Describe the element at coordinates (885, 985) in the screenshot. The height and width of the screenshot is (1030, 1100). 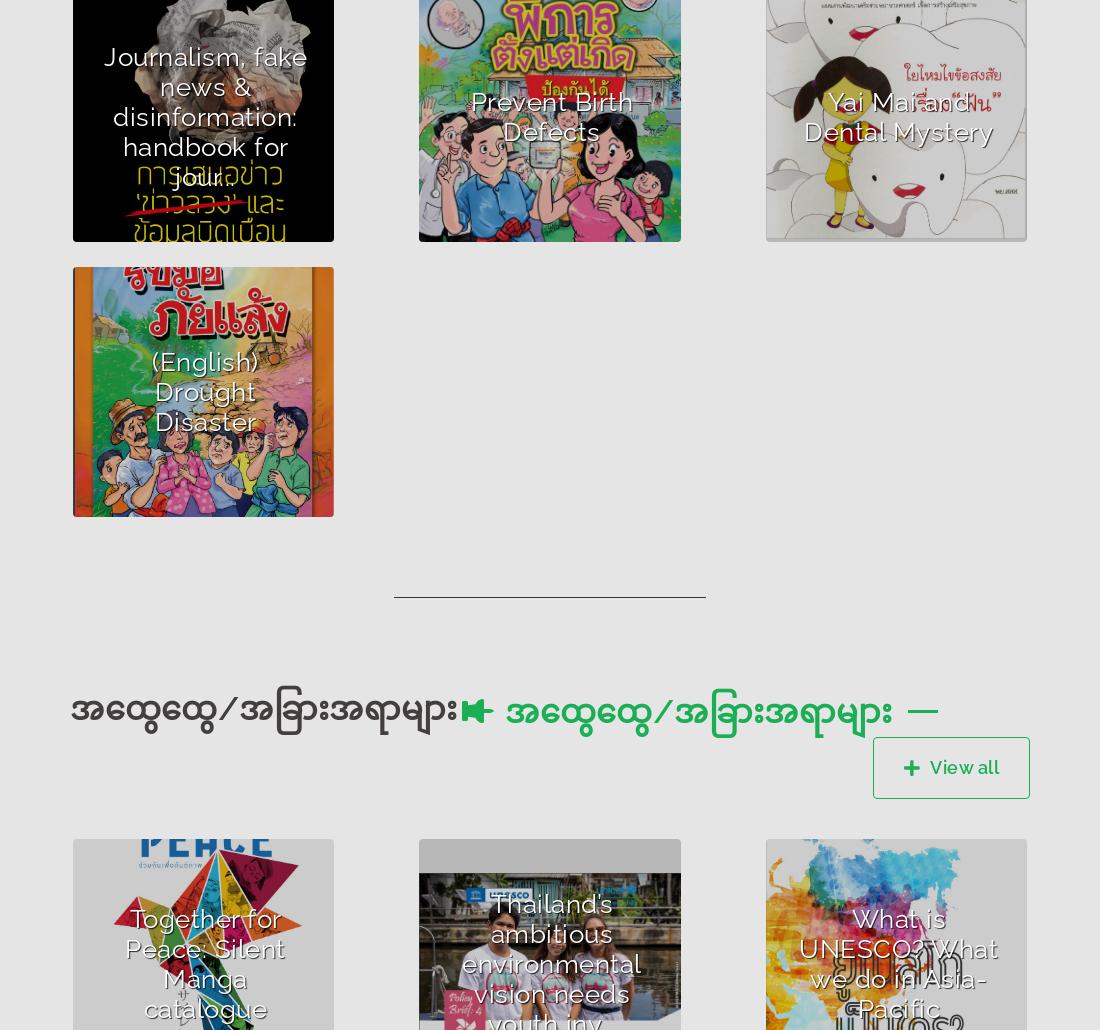
I see `'Explain about UNESCO.'` at that location.